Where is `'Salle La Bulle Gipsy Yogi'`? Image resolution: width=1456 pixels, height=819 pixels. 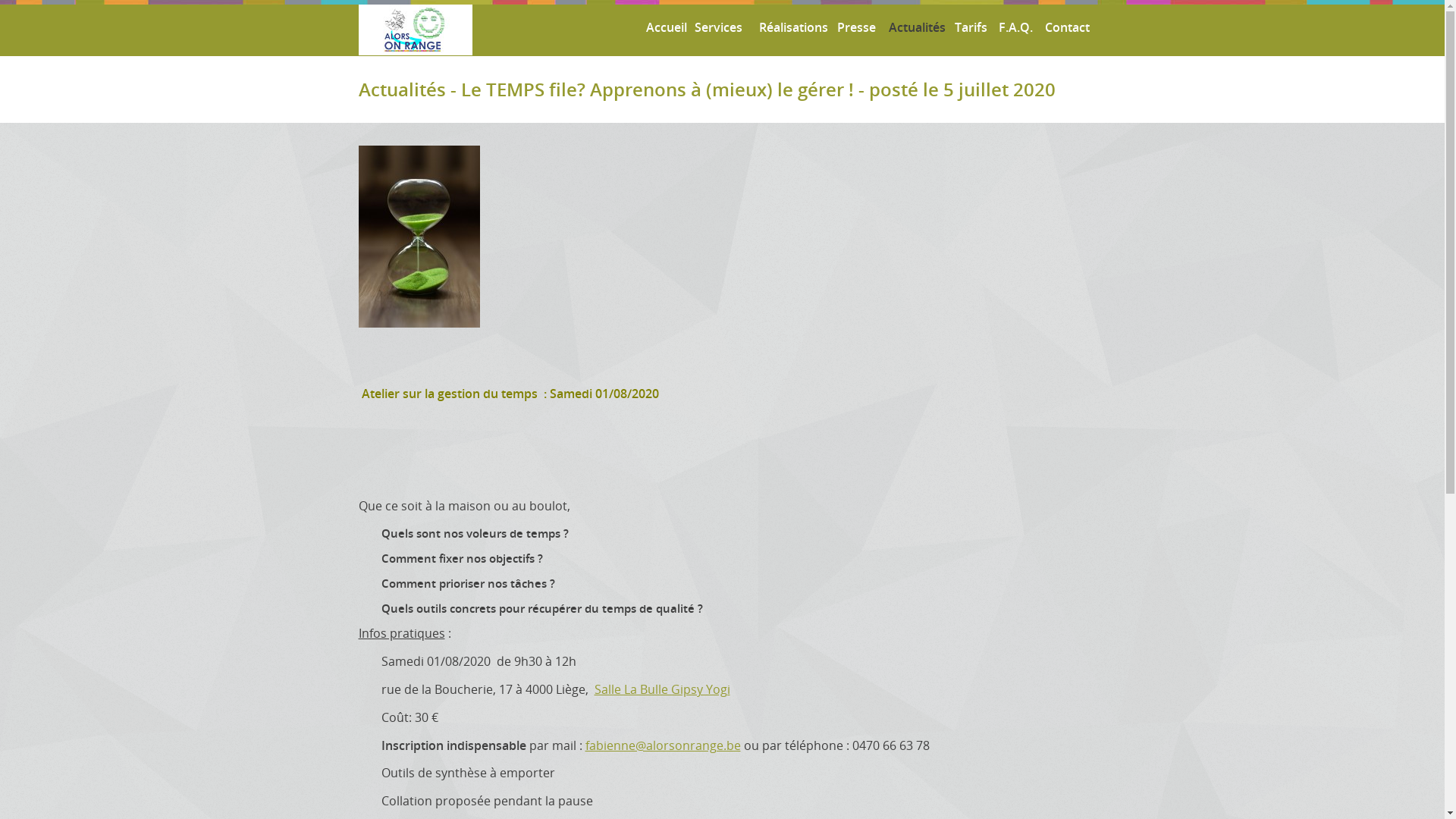
'Salle La Bulle Gipsy Yogi' is located at coordinates (662, 689).